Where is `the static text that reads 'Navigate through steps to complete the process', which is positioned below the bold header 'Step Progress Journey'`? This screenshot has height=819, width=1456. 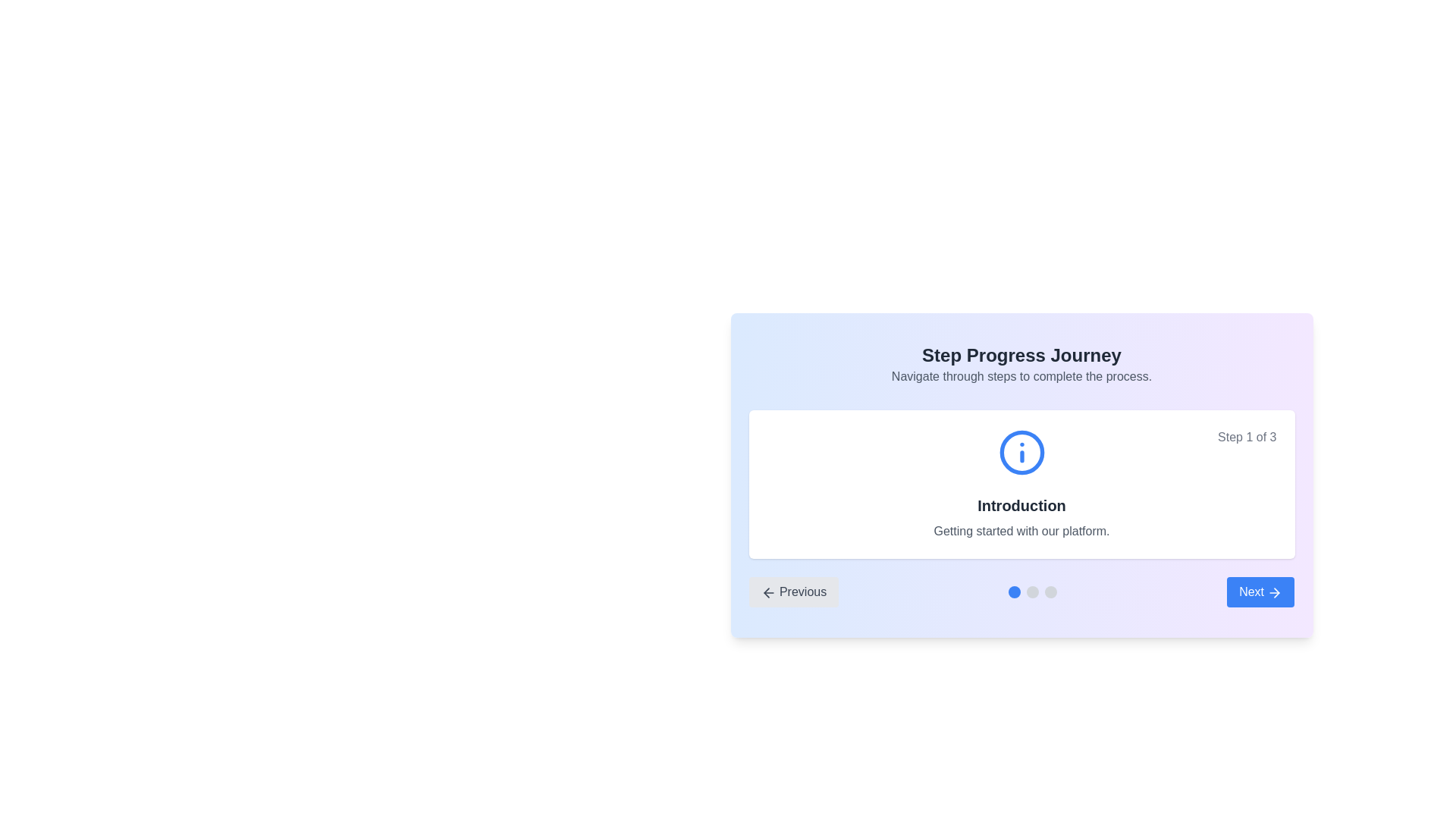 the static text that reads 'Navigate through steps to complete the process', which is positioned below the bold header 'Step Progress Journey' is located at coordinates (1021, 376).